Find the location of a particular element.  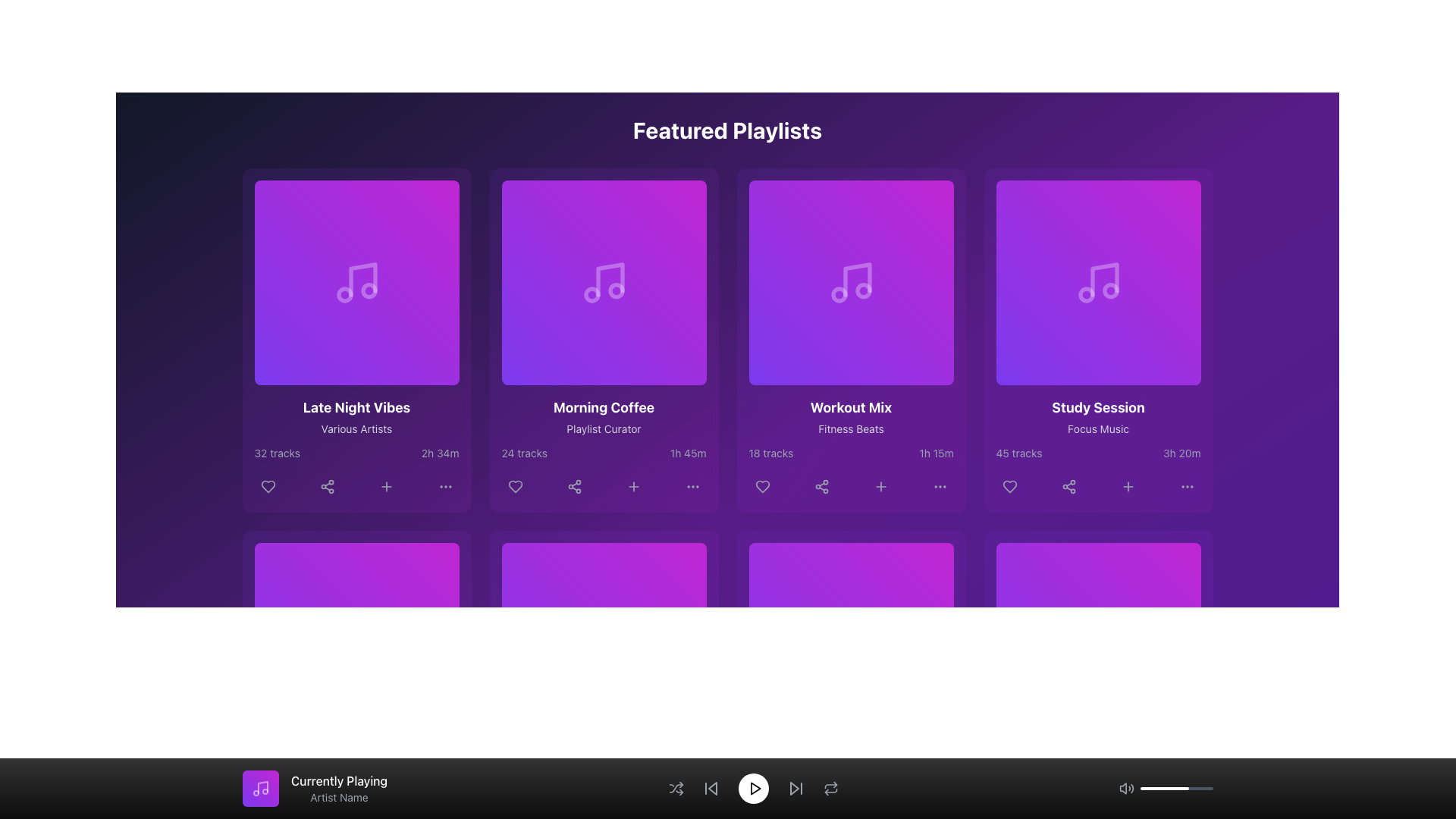

the share button icon that resembles a network of nodes, located in the bottom row of control icons of the 'Workout Mix' playlist card, specifically the second icon from the left is located at coordinates (821, 486).